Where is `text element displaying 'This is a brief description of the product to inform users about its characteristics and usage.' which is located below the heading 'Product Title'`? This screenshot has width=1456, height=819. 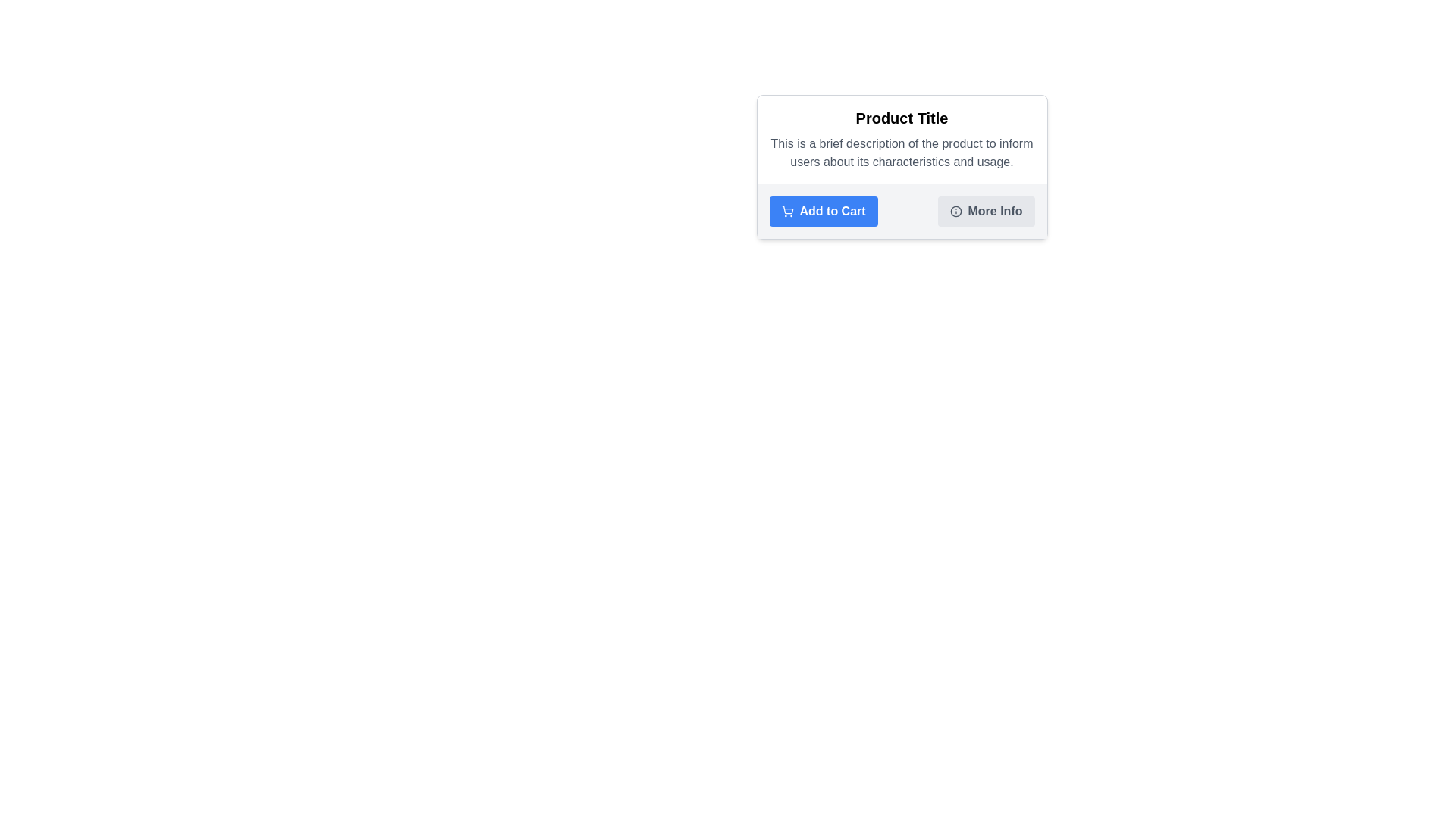
text element displaying 'This is a brief description of the product to inform users about its characteristics and usage.' which is located below the heading 'Product Title' is located at coordinates (902, 152).